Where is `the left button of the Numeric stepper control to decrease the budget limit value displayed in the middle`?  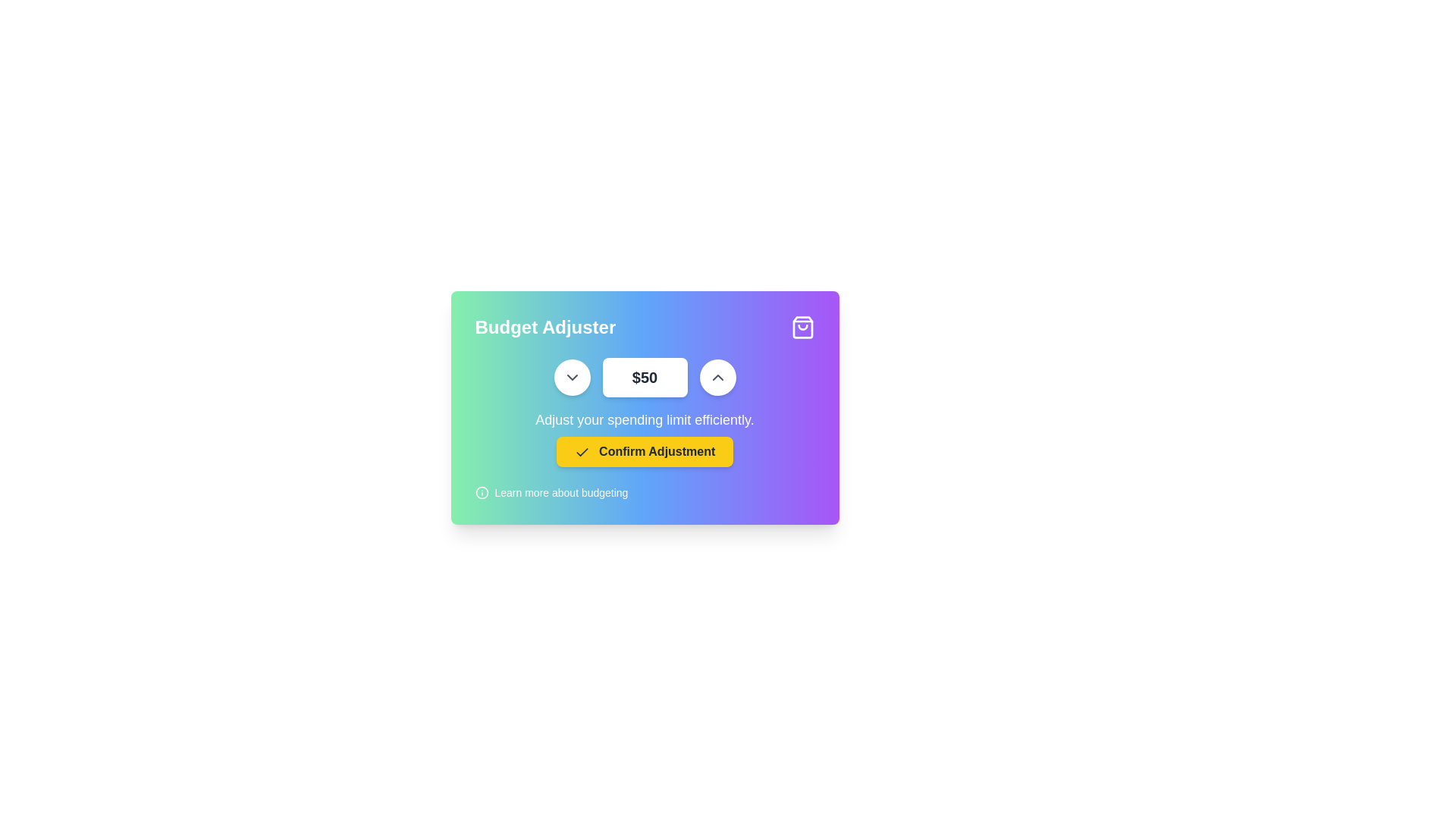 the left button of the Numeric stepper control to decrease the budget limit value displayed in the middle is located at coordinates (645, 376).